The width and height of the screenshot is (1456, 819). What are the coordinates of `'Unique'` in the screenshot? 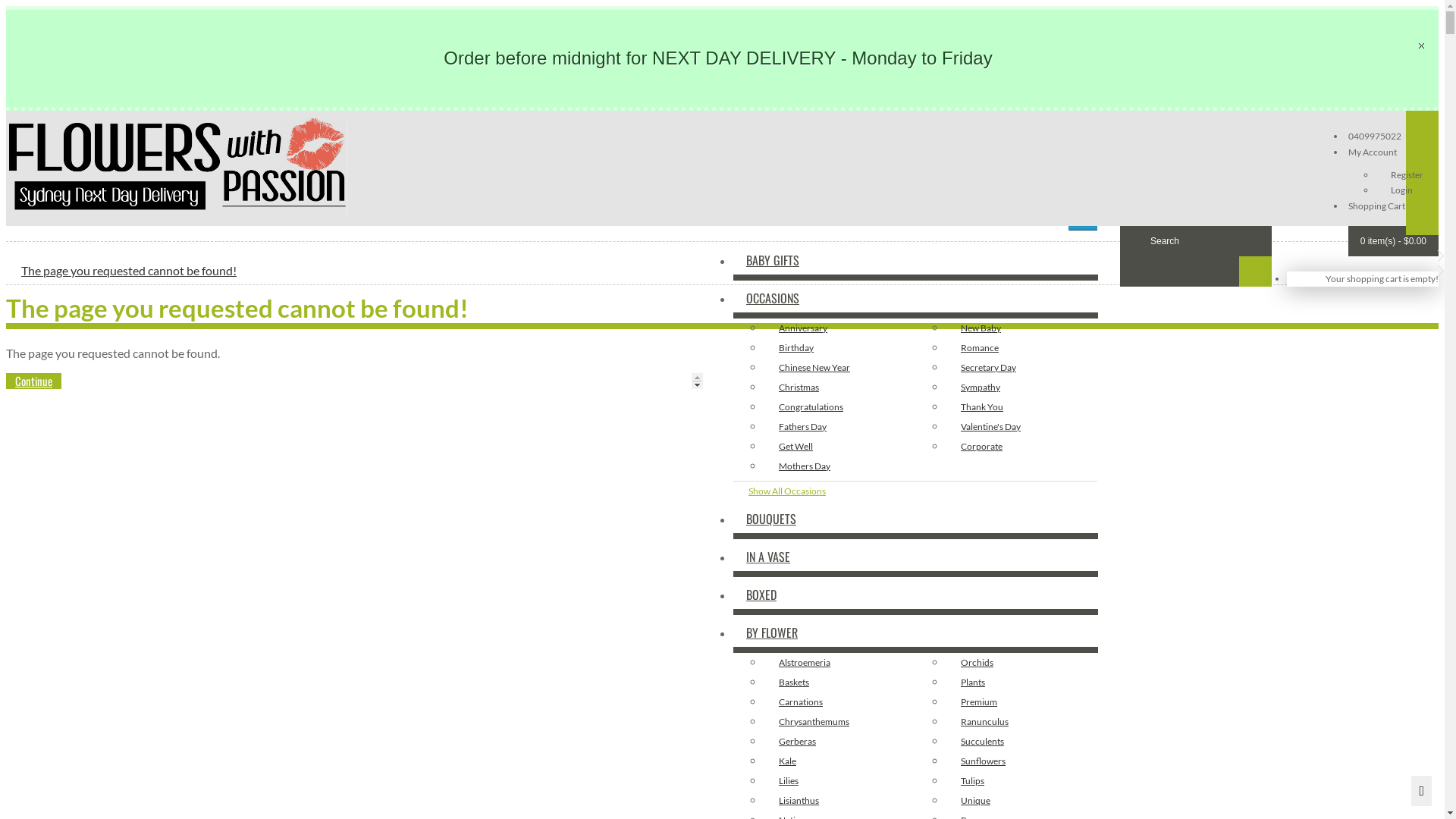 It's located at (945, 799).